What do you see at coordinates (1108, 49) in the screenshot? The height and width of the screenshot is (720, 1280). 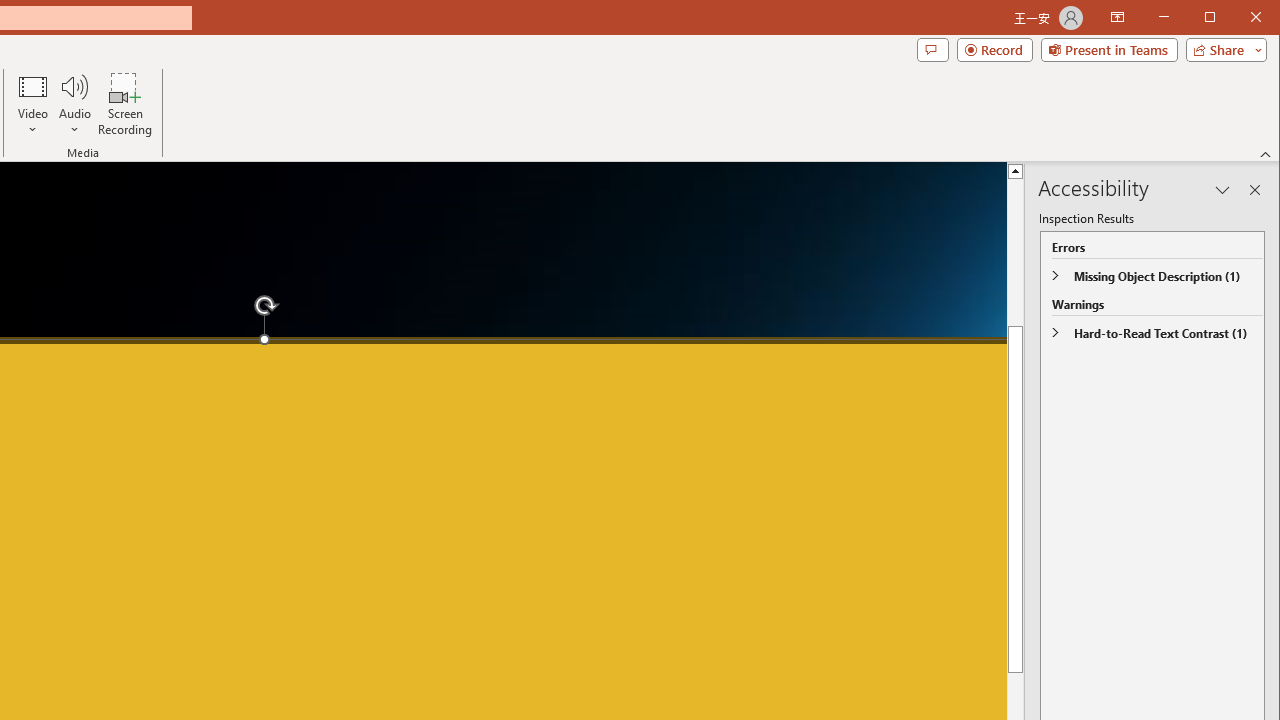 I see `'Present in Teams'` at bounding box center [1108, 49].